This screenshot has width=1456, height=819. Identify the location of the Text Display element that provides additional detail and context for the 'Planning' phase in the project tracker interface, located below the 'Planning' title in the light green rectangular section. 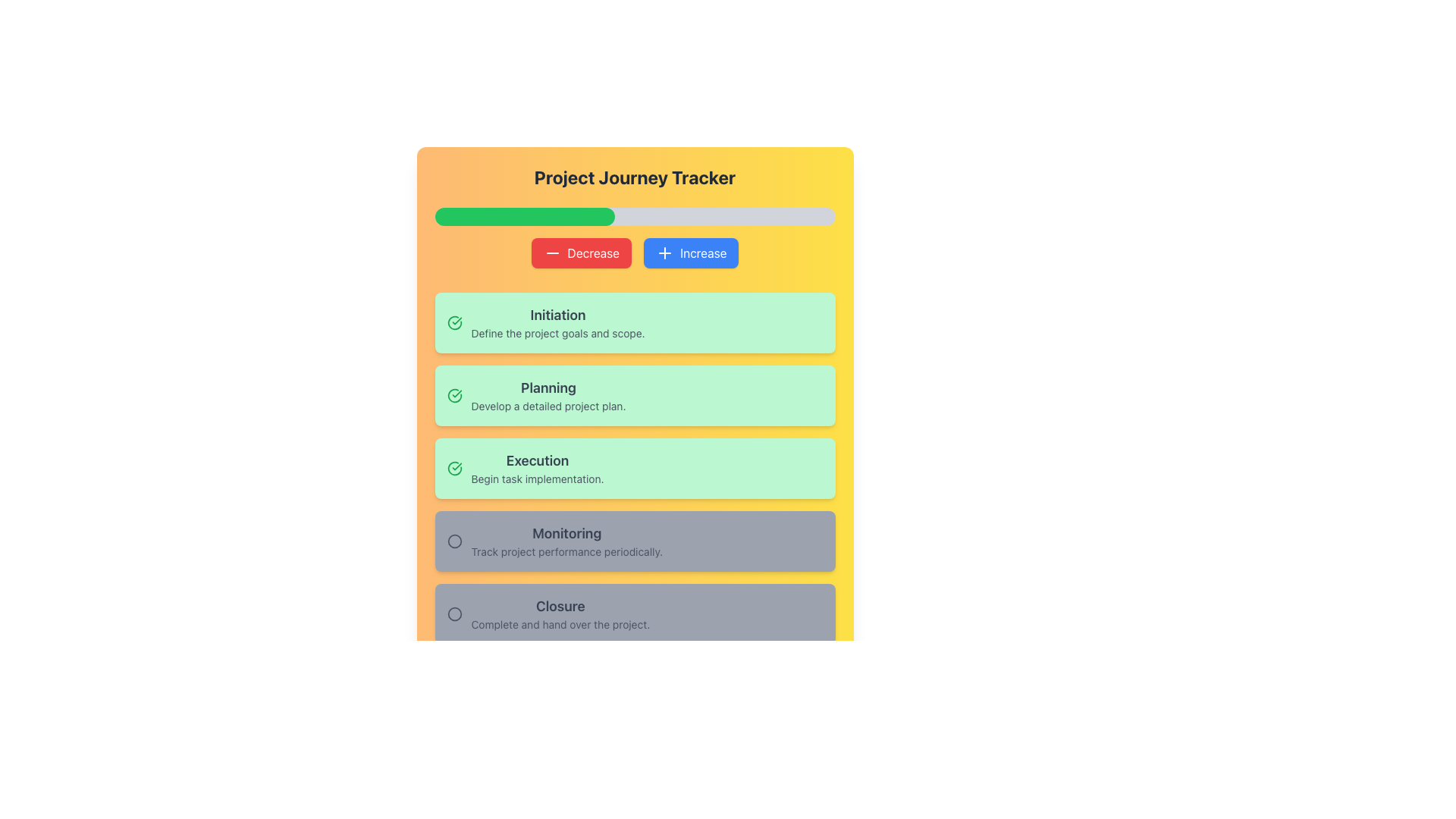
(548, 406).